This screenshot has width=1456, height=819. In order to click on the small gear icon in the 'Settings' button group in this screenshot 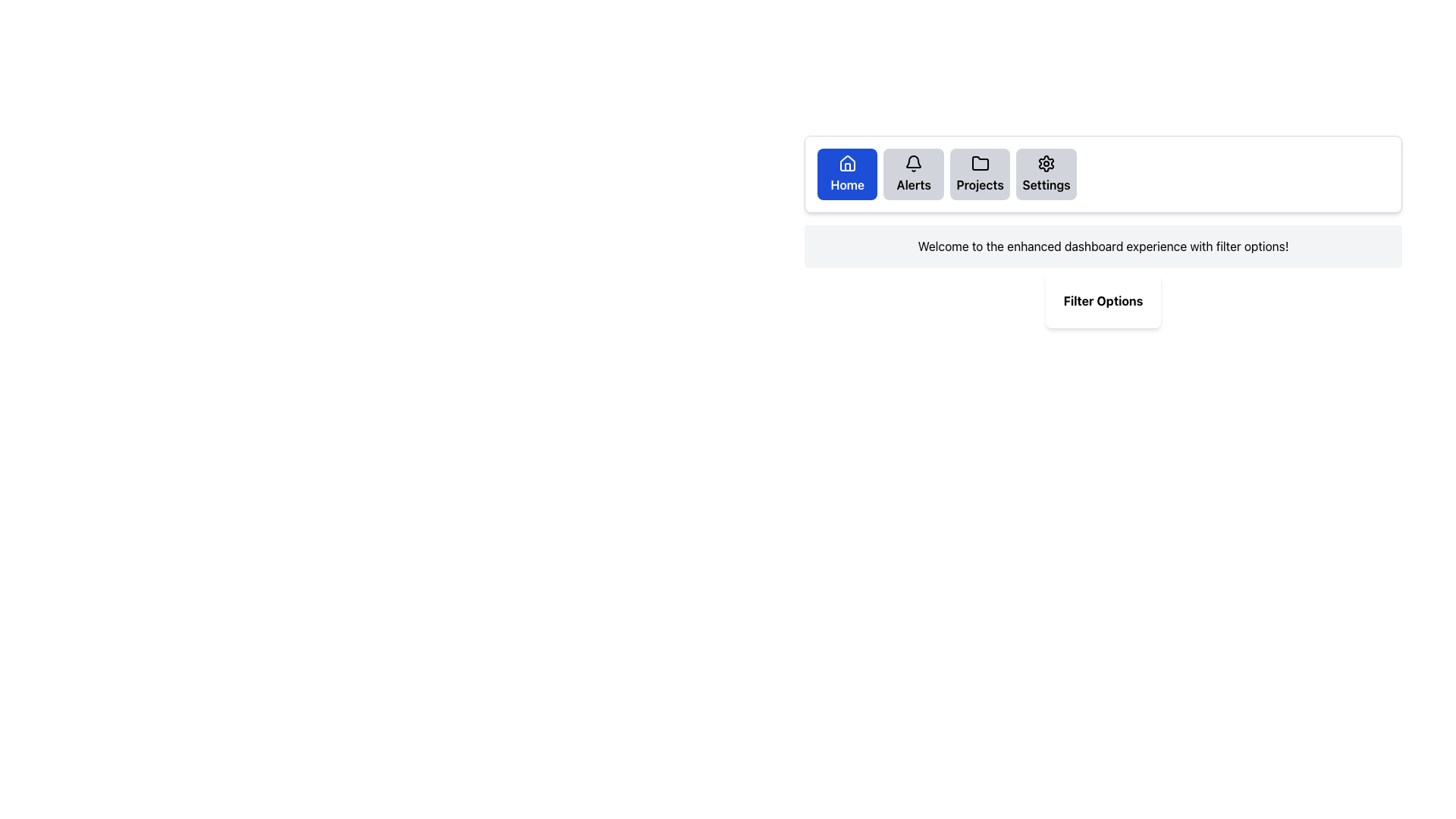, I will do `click(1046, 164)`.